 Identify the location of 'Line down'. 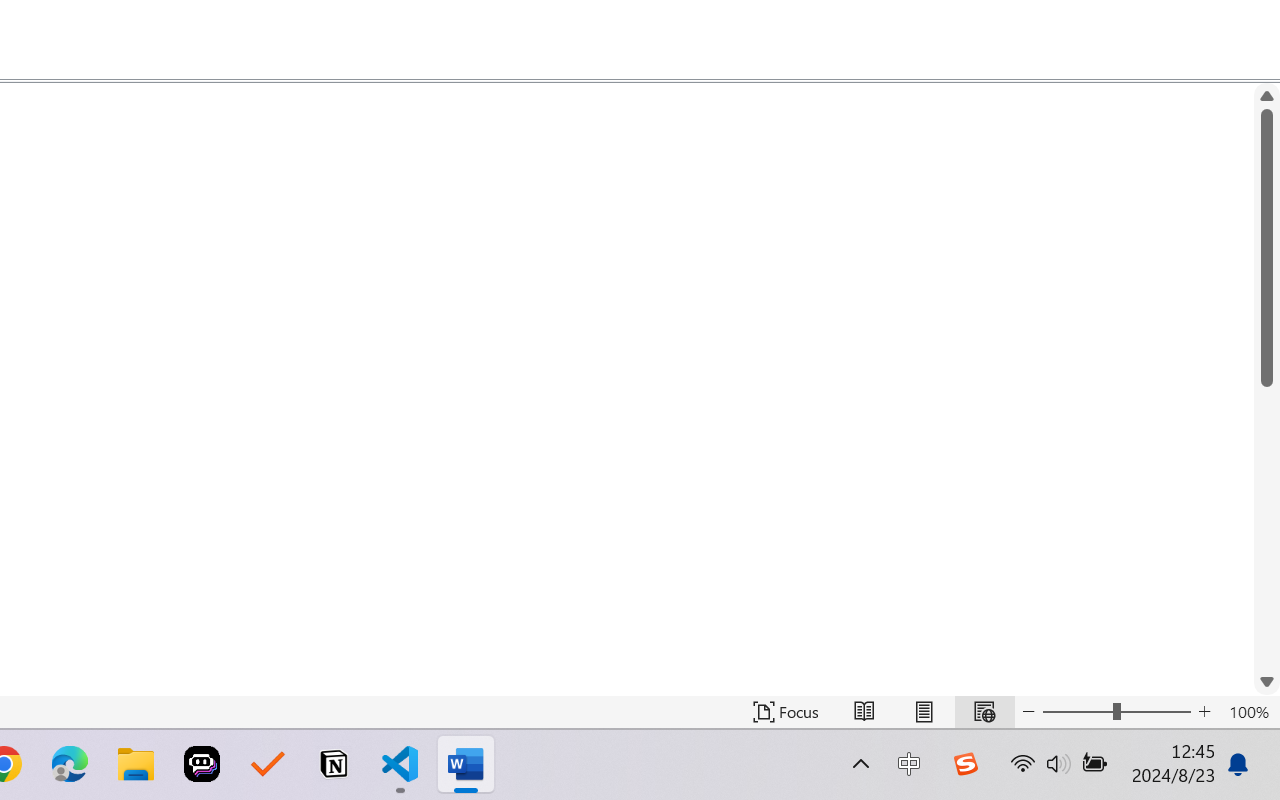
(1266, 682).